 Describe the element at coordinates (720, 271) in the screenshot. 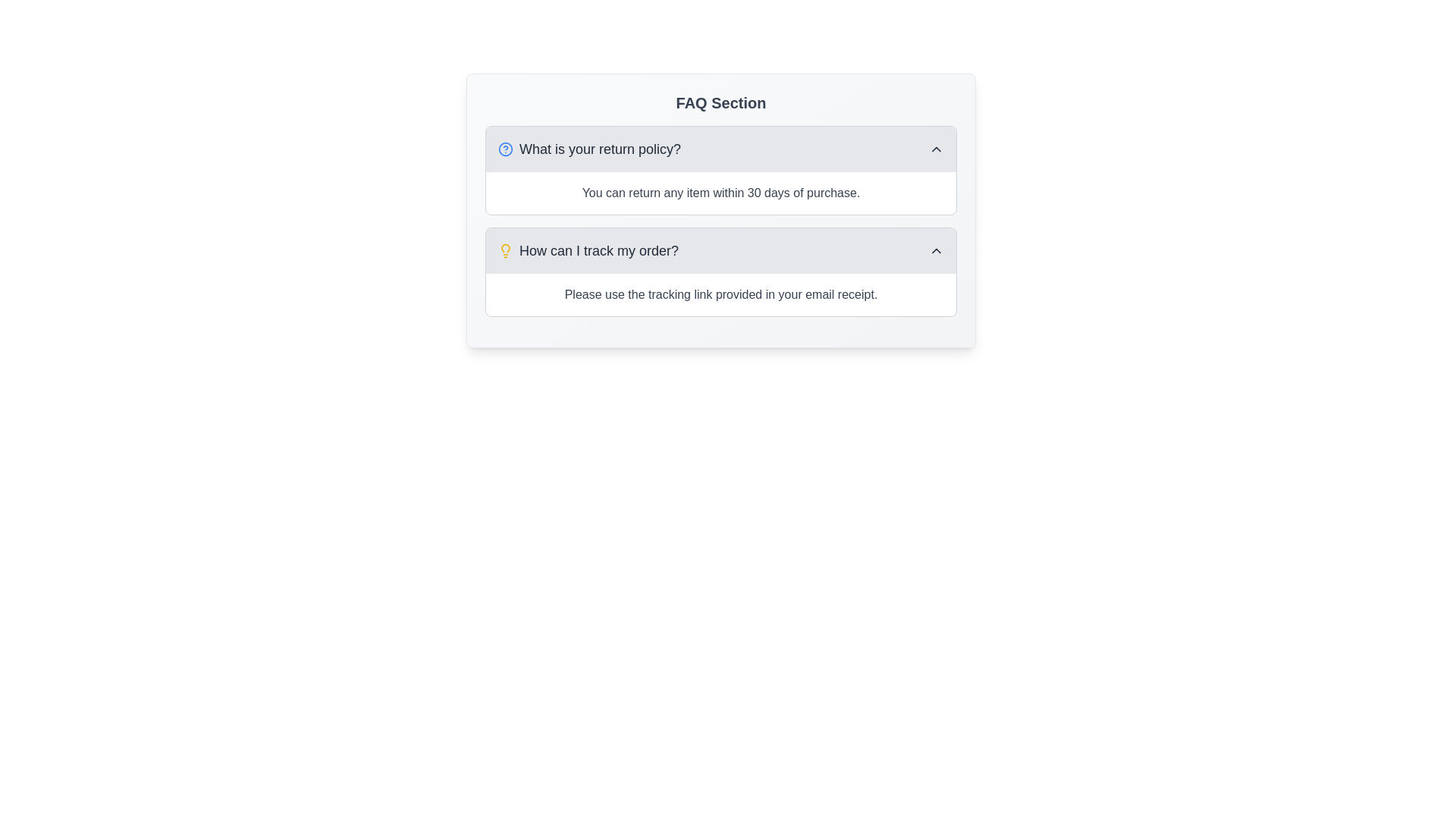

I see `the second collapsible FAQ item that answers 'How can I track my order?' to read the content inside` at that location.